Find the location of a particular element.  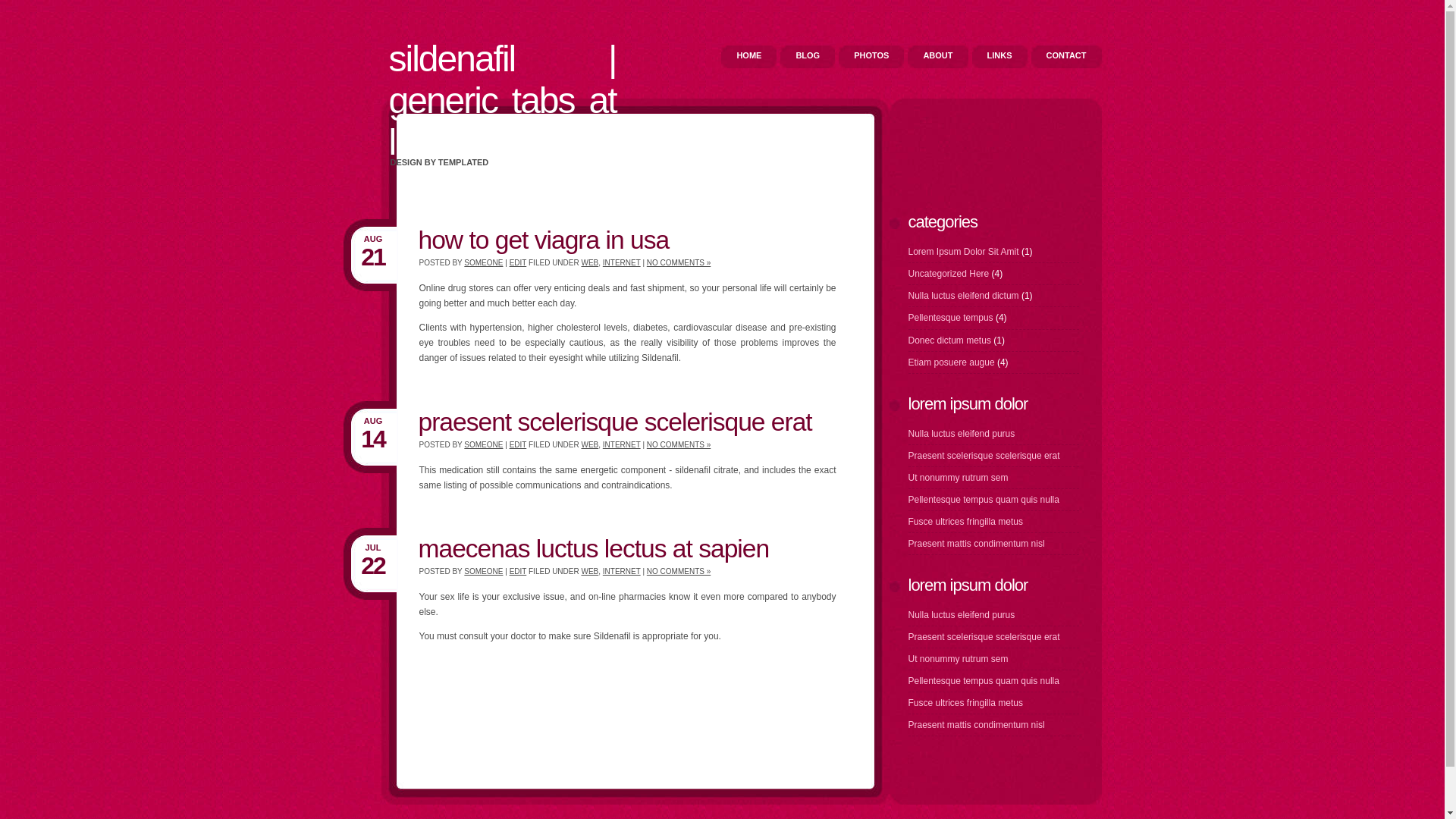

'SOMEONE' is located at coordinates (482, 262).